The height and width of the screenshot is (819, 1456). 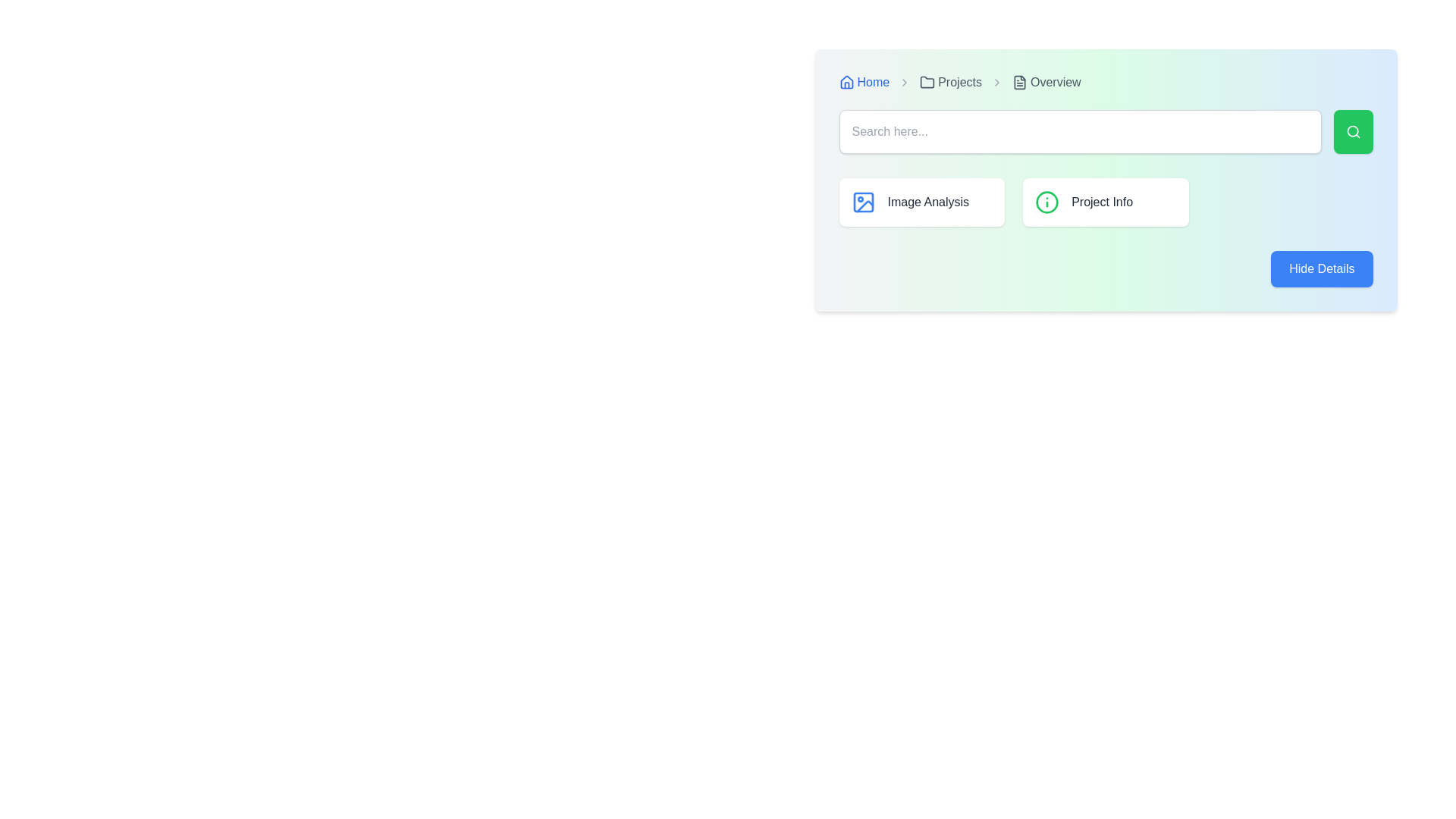 I want to click on the small right-pointing chevron icon styled as an arrow, which is located between the 'Projects' label and the 'Overview' label in the breadcrumb navigation, so click(x=997, y=82).